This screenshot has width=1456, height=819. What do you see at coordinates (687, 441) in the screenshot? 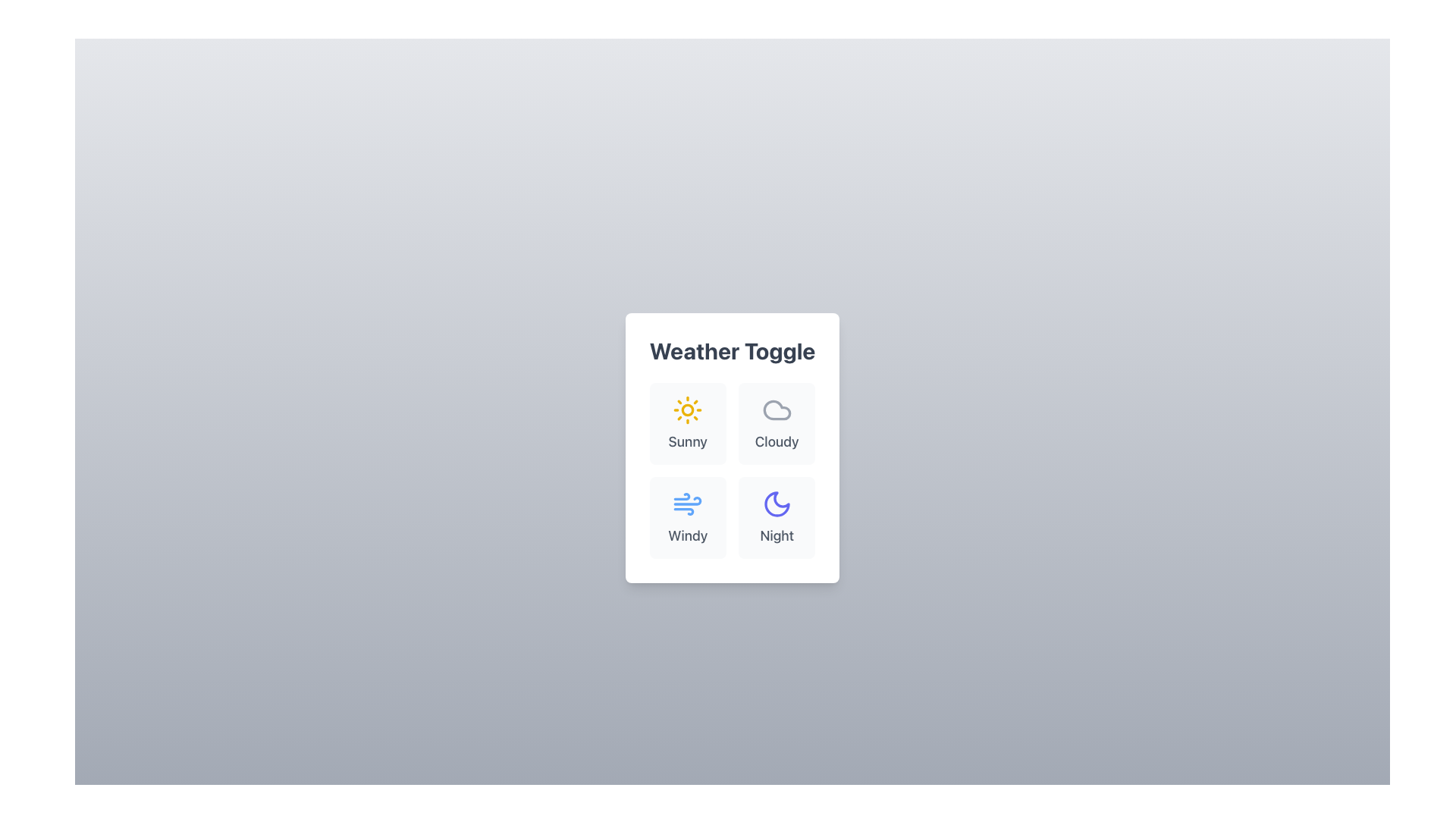
I see `the text label displaying 'Sunny' in a gray font, located below the yellow sun icon and to the left of the 'Cloudy' label` at bounding box center [687, 441].